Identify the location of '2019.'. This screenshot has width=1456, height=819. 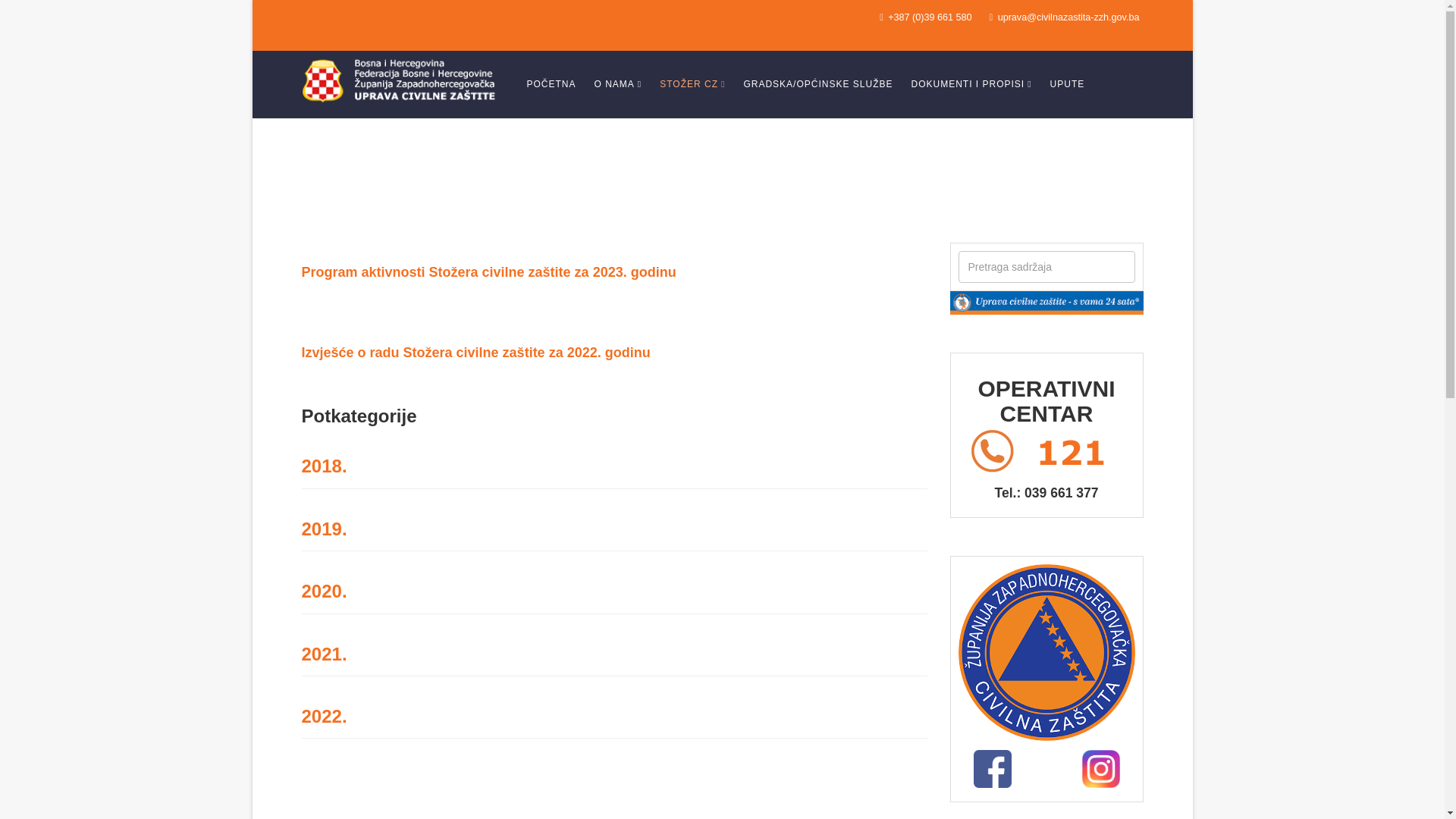
(323, 528).